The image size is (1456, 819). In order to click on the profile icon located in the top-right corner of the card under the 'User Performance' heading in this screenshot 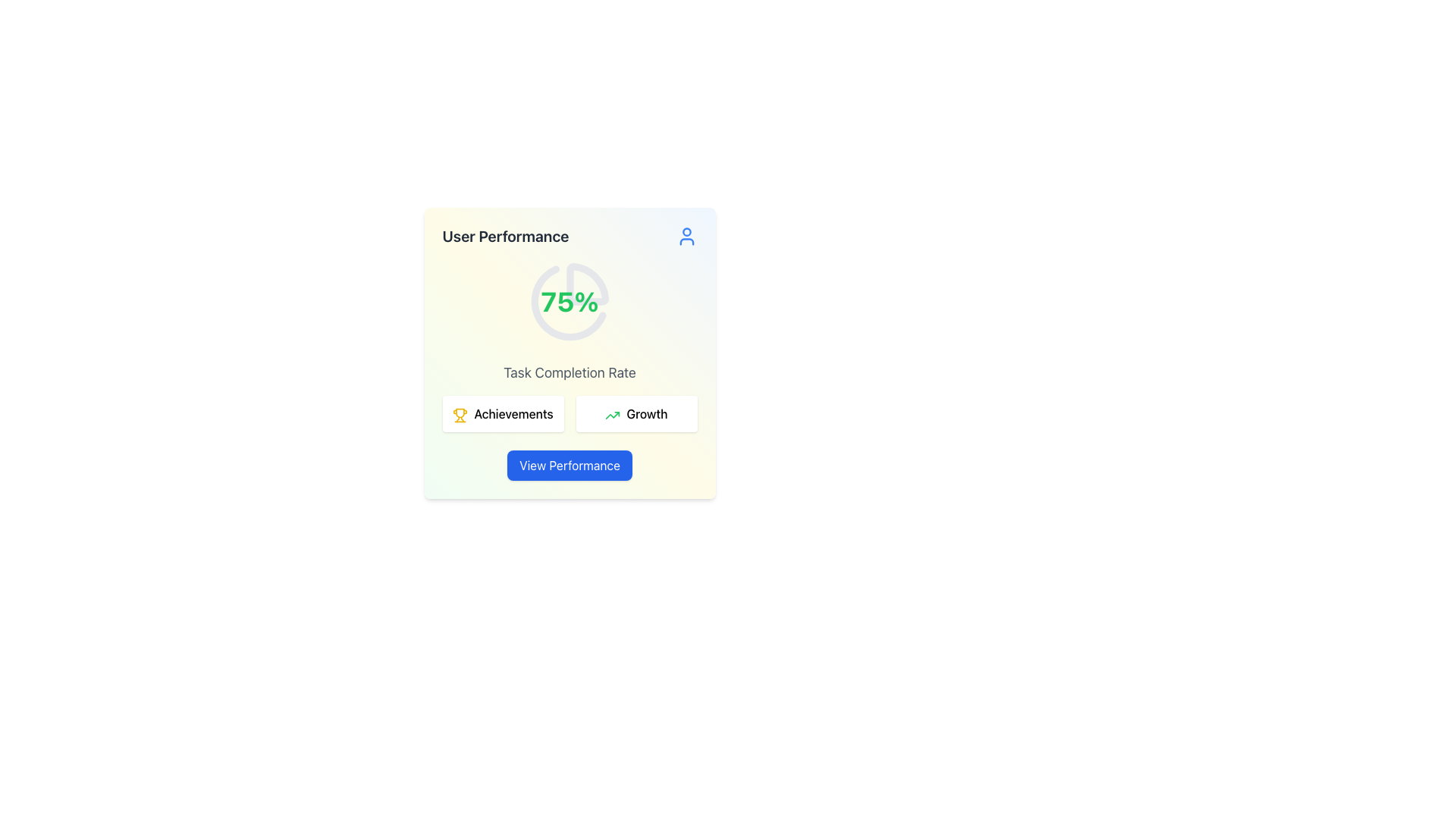, I will do `click(686, 237)`.